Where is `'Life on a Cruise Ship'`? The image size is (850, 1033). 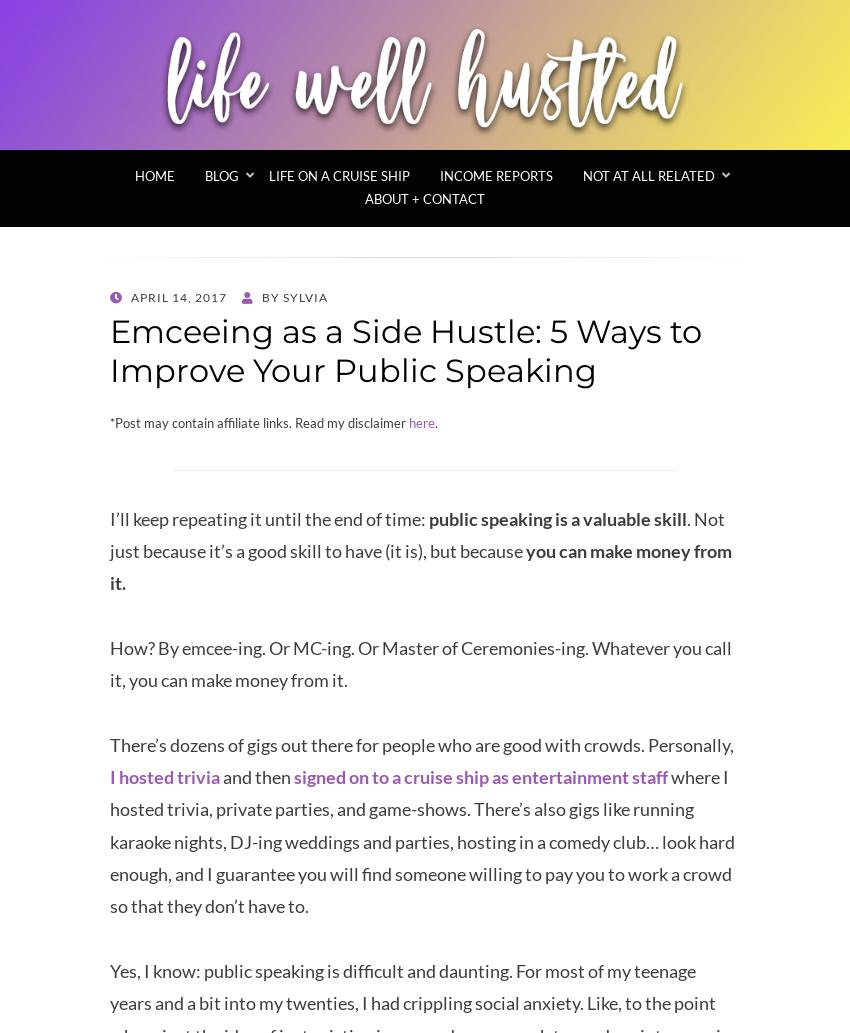
'Life on a Cruise Ship' is located at coordinates (268, 175).